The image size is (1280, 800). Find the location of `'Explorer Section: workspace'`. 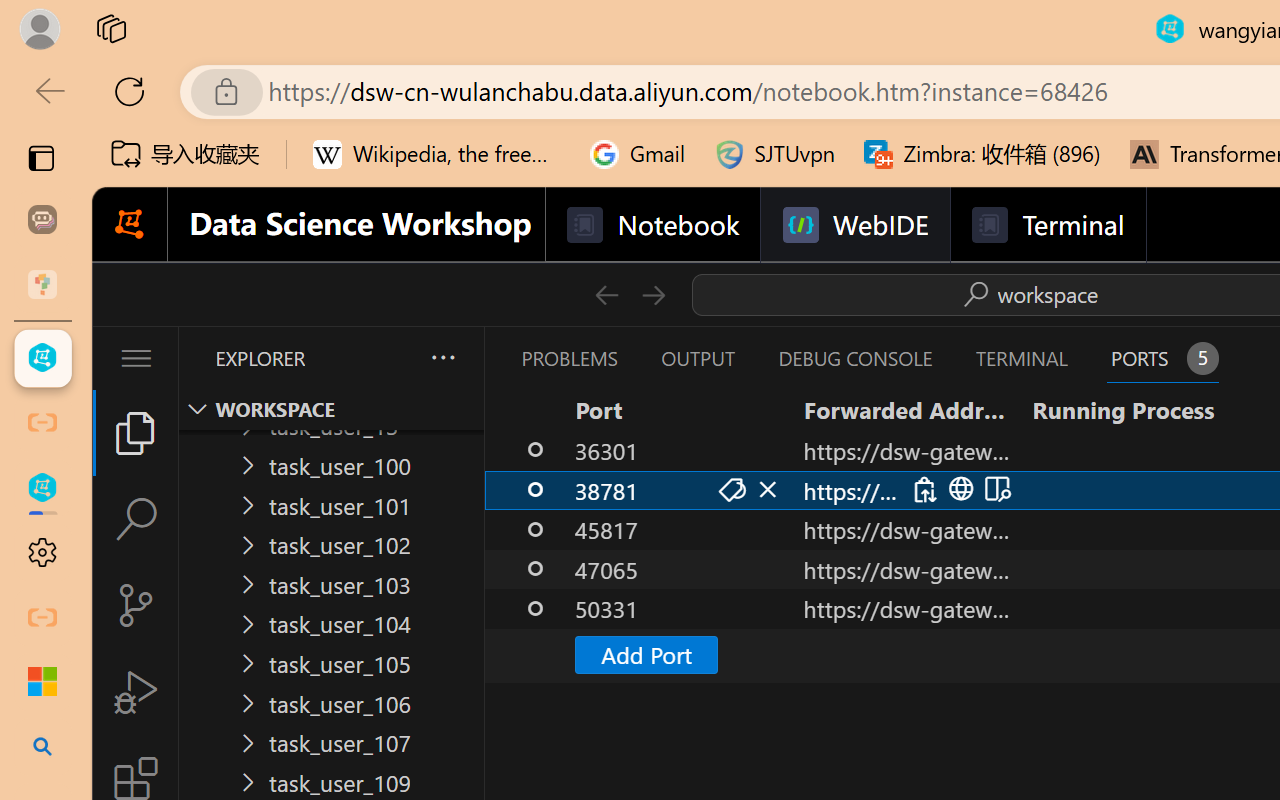

'Explorer Section: workspace' is located at coordinates (331, 409).